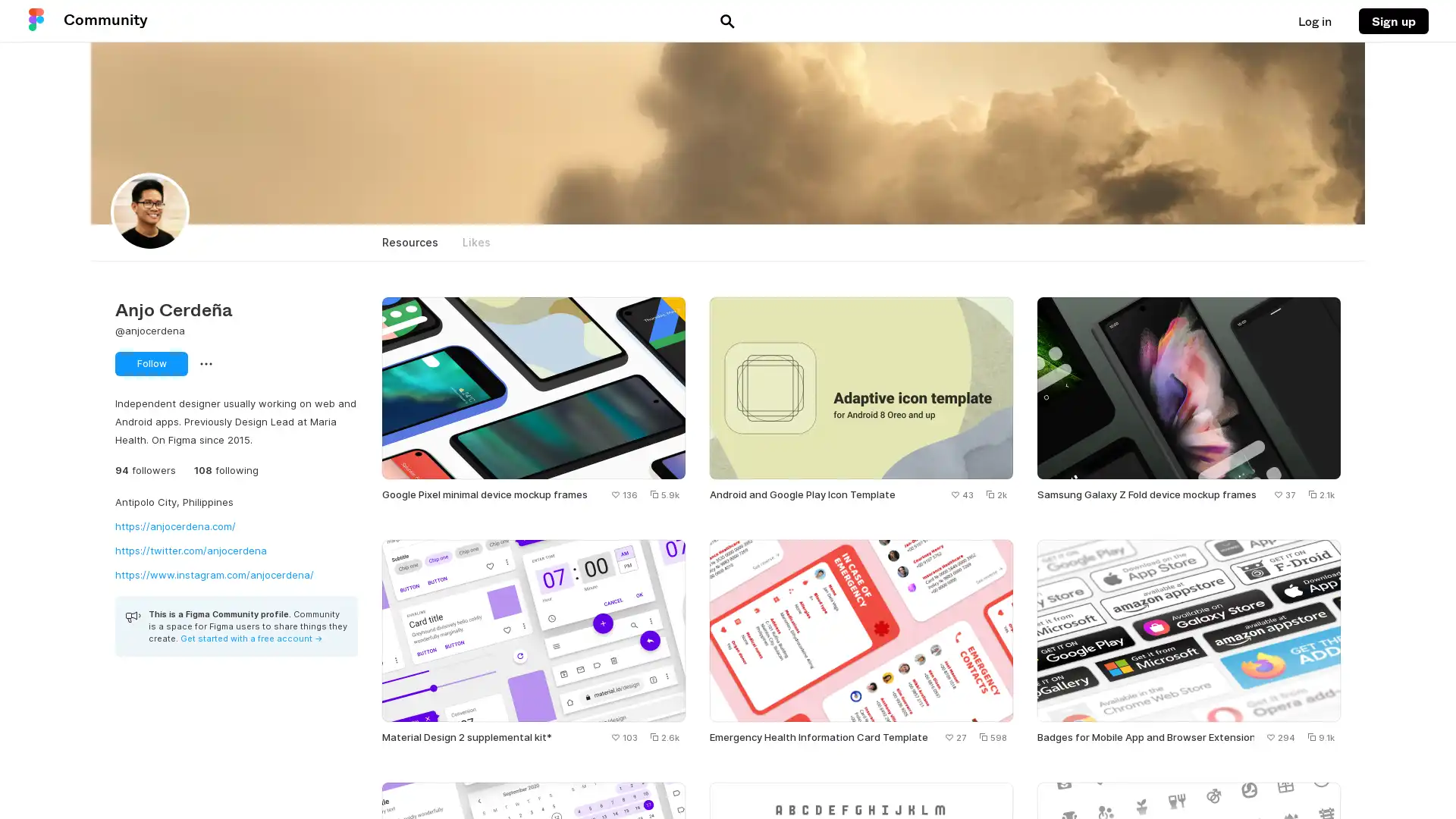  What do you see at coordinates (152, 363) in the screenshot?
I see `Follow` at bounding box center [152, 363].